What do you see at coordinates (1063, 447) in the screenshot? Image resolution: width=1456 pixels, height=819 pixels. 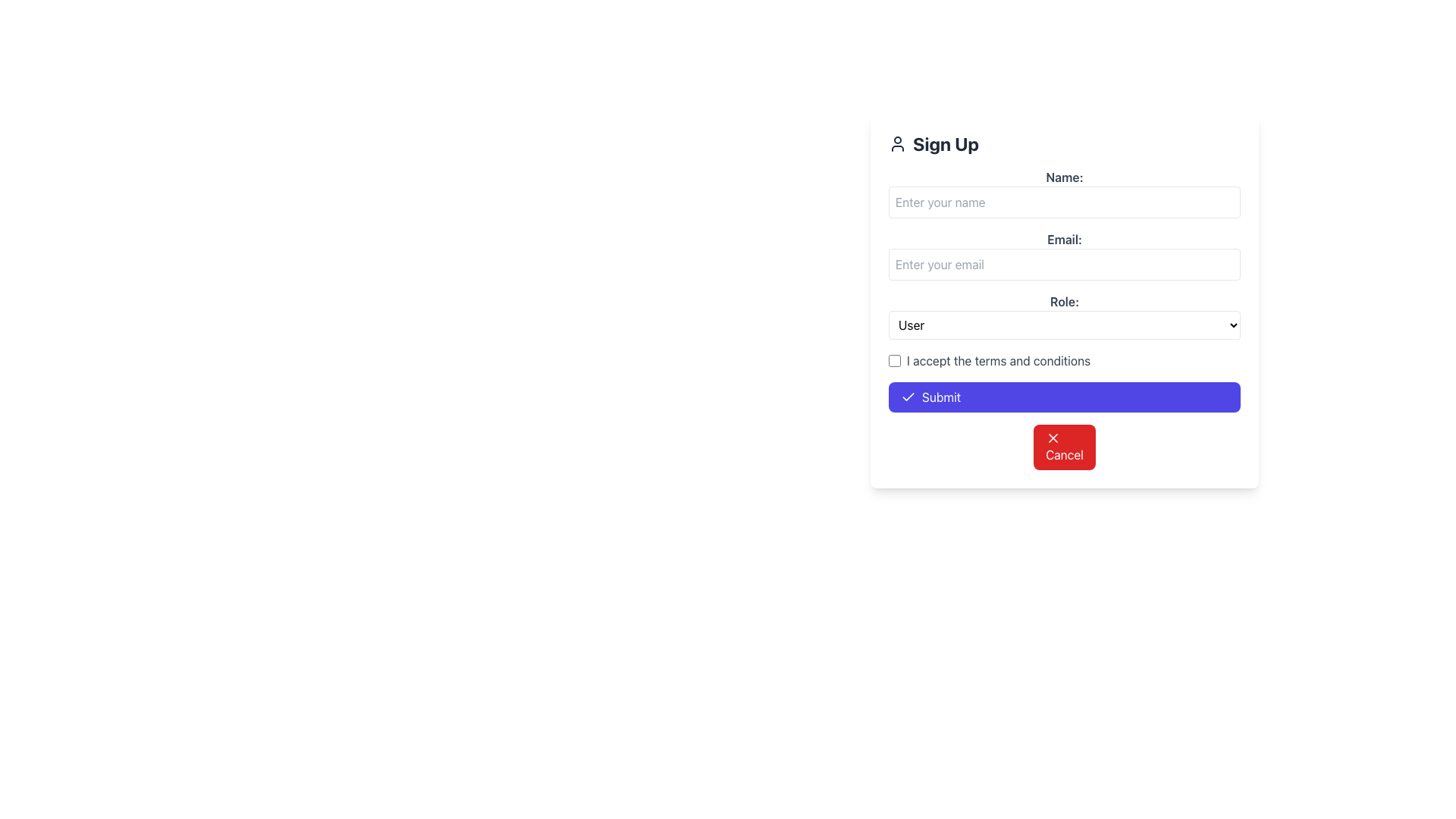 I see `the 'Cancel' button with a bright red background and white text` at bounding box center [1063, 447].